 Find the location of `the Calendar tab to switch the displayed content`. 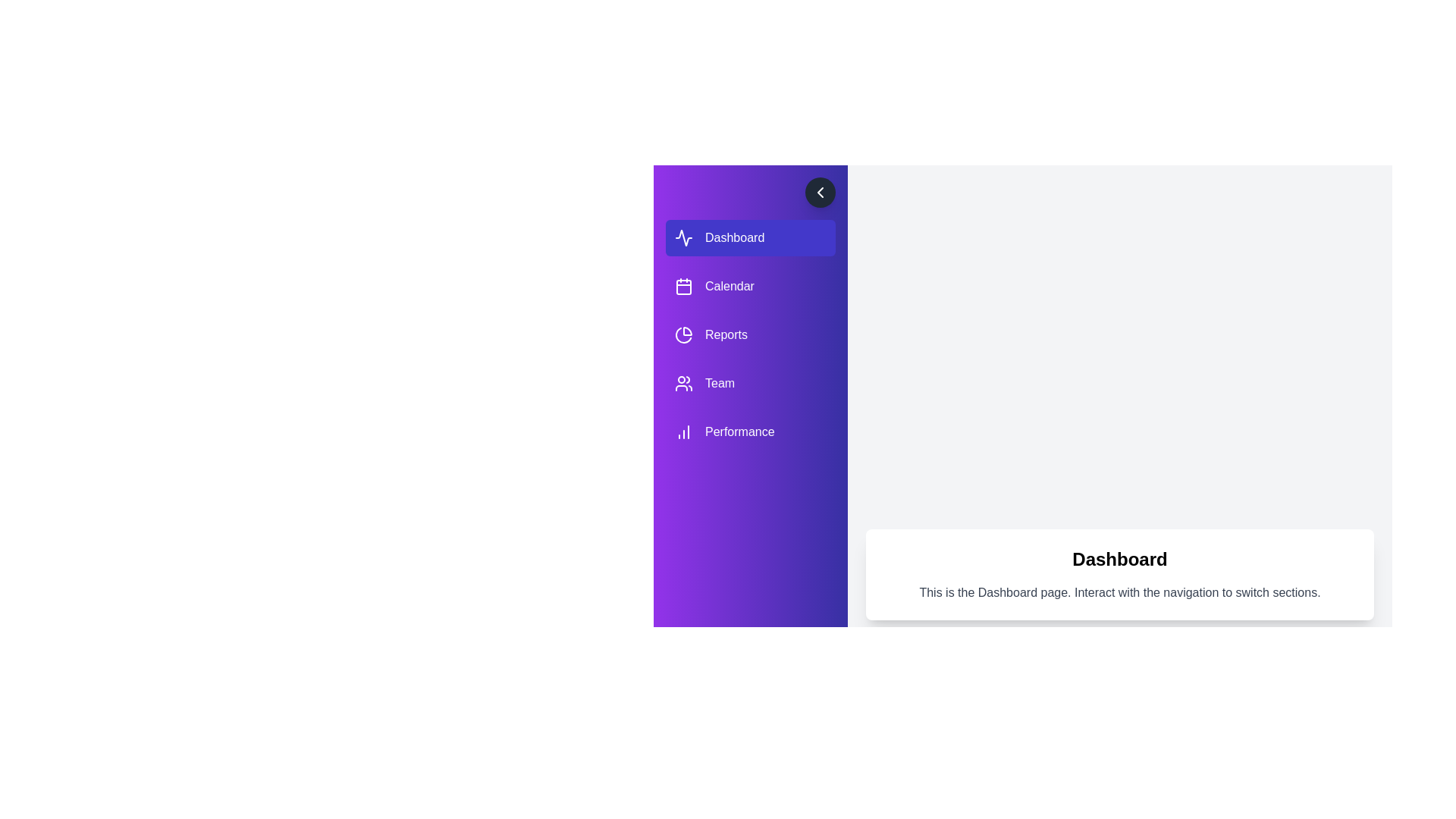

the Calendar tab to switch the displayed content is located at coordinates (750, 287).